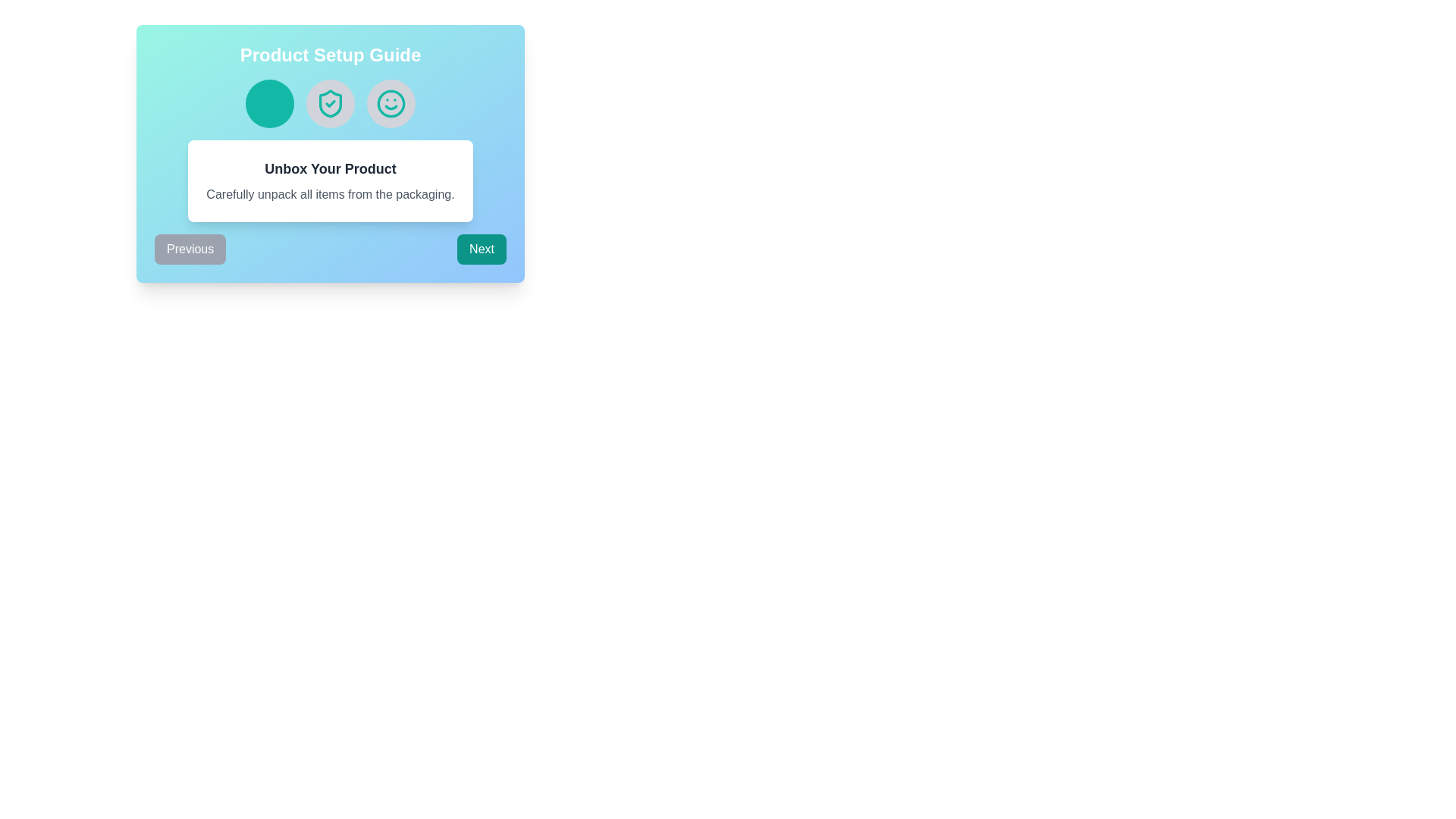 The image size is (1456, 819). I want to click on the 'Next' button, which is a rectangular button with a teal background and white text, located in the bottom section of the 'Product Setup Guide' interface, so click(481, 248).